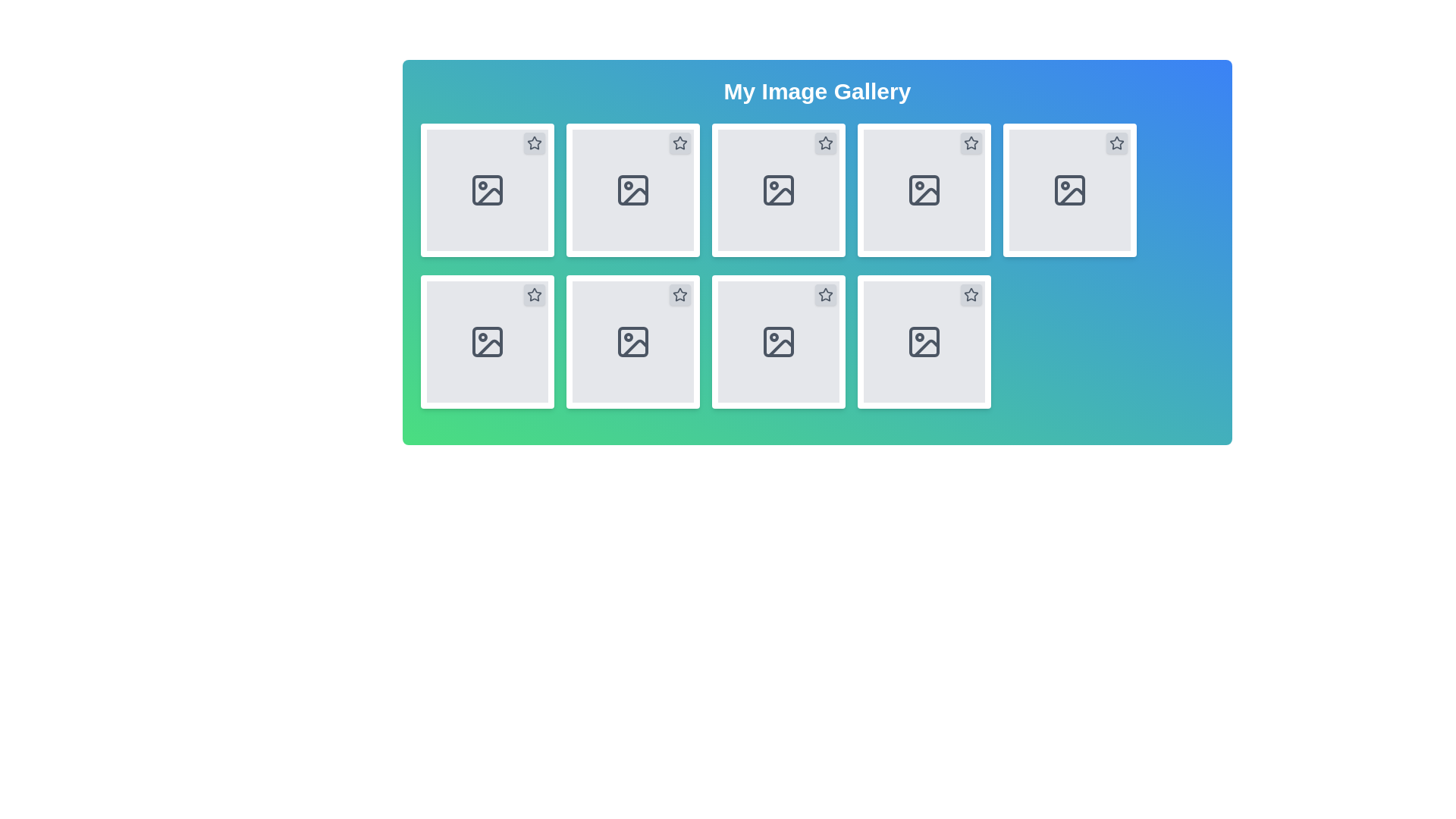  Describe the element at coordinates (488, 189) in the screenshot. I see `the center of the SVG icon resembling a generic image placeholder located in the top-left grid item of the 'My Image Gallery' section` at that location.